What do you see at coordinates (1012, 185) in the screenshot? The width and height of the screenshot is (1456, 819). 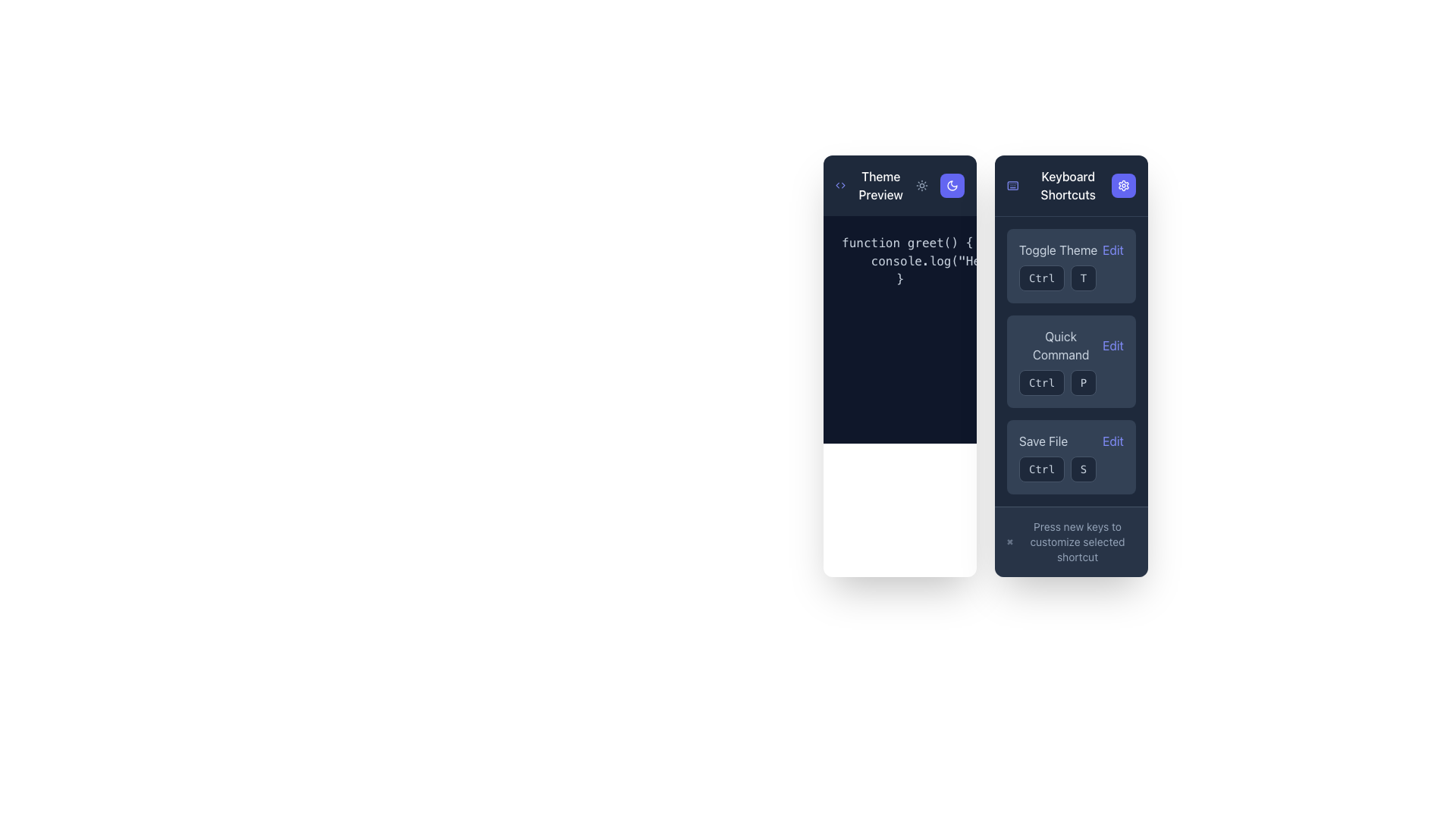 I see `the static representation of the keyboard shortcuts icon located in the top-left corner of the 'Keyboard Shortcuts' section` at bounding box center [1012, 185].